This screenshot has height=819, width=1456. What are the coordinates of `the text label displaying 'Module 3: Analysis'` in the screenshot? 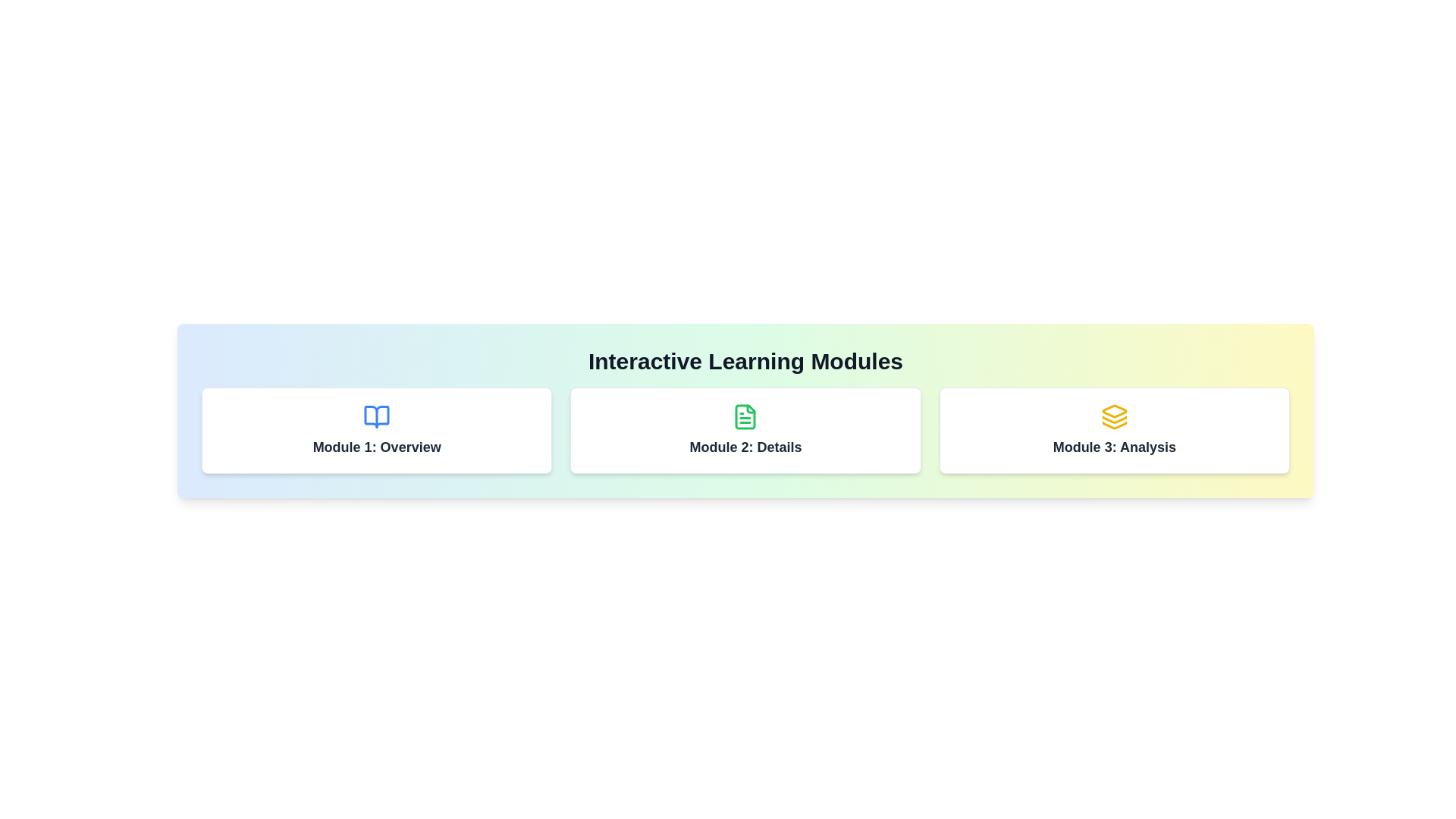 It's located at (1114, 447).